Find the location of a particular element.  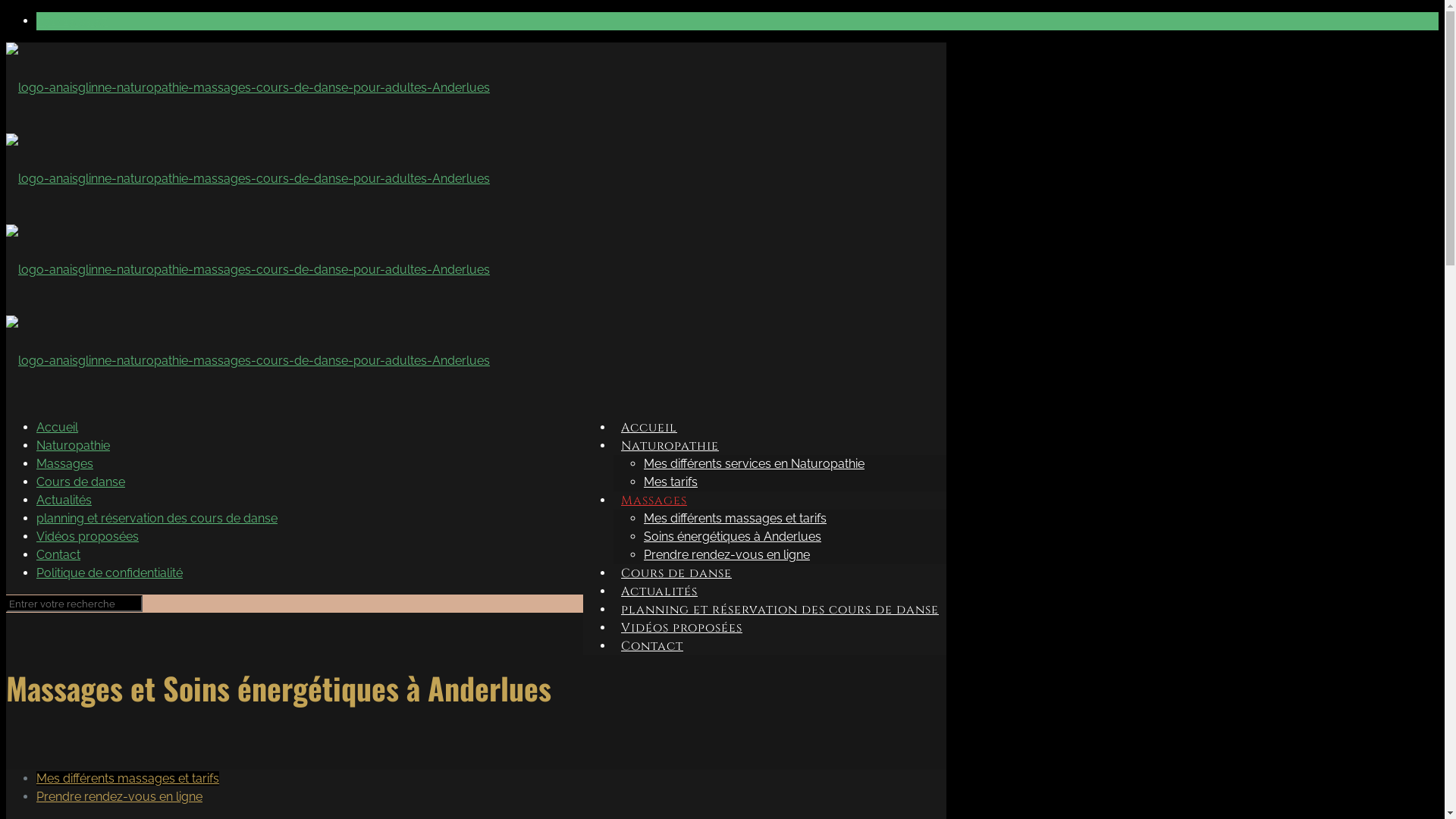

'Naturopathie' is located at coordinates (72, 444).